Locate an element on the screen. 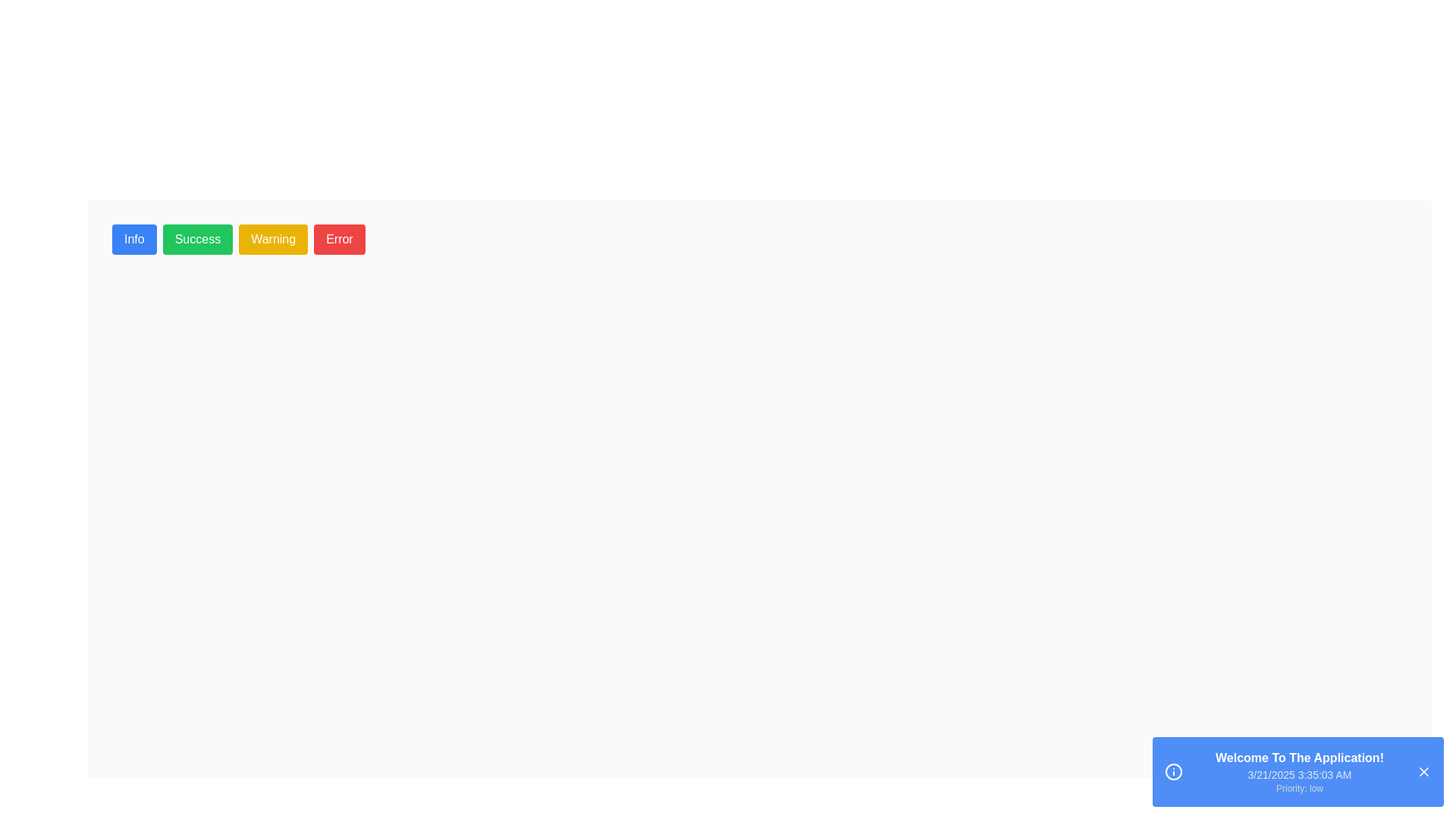  the information icon, which is a circular shape with a white 'i' symbol on a blue background, located in the bottom-right corner of the interface within the blue notification card is located at coordinates (1173, 772).